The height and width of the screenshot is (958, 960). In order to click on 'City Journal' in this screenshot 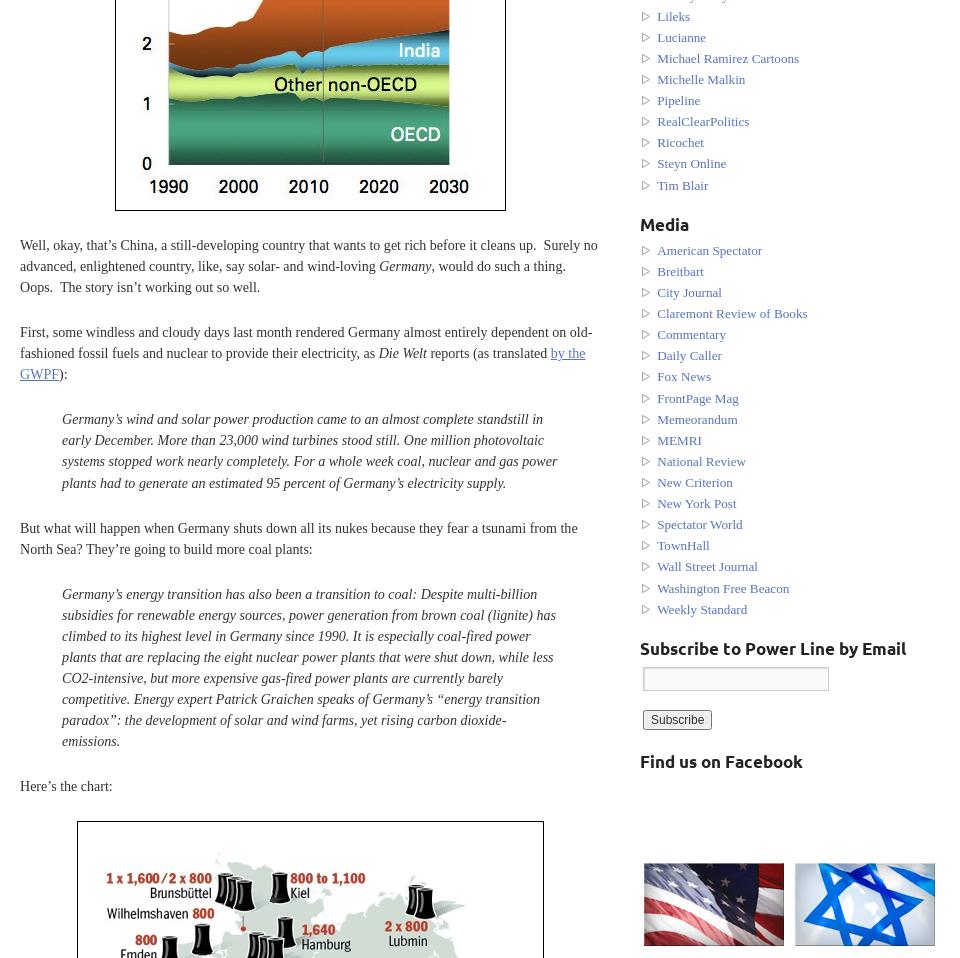, I will do `click(689, 292)`.